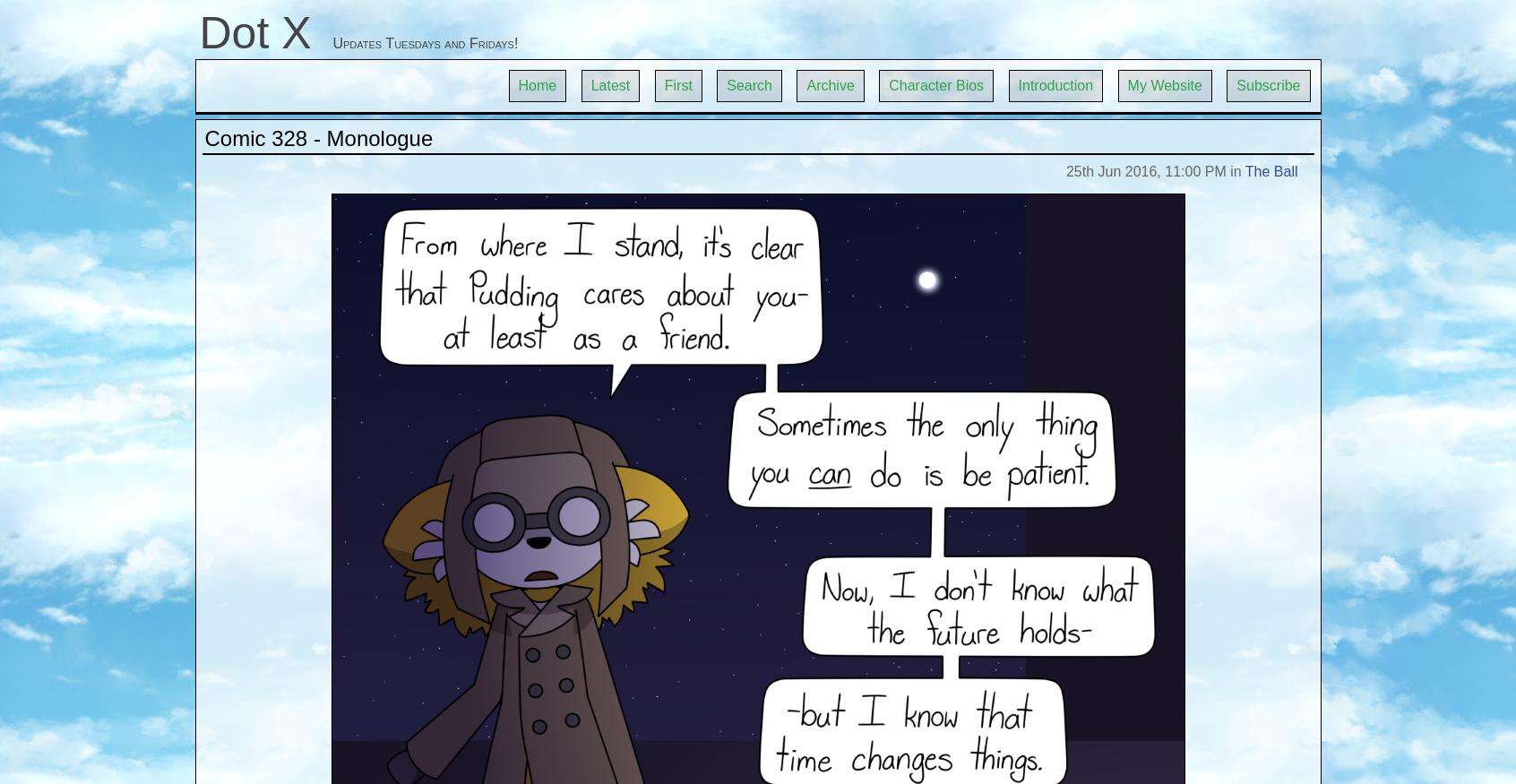 Image resolution: width=1516 pixels, height=784 pixels. What do you see at coordinates (888, 85) in the screenshot?
I see `'Character Bios'` at bounding box center [888, 85].